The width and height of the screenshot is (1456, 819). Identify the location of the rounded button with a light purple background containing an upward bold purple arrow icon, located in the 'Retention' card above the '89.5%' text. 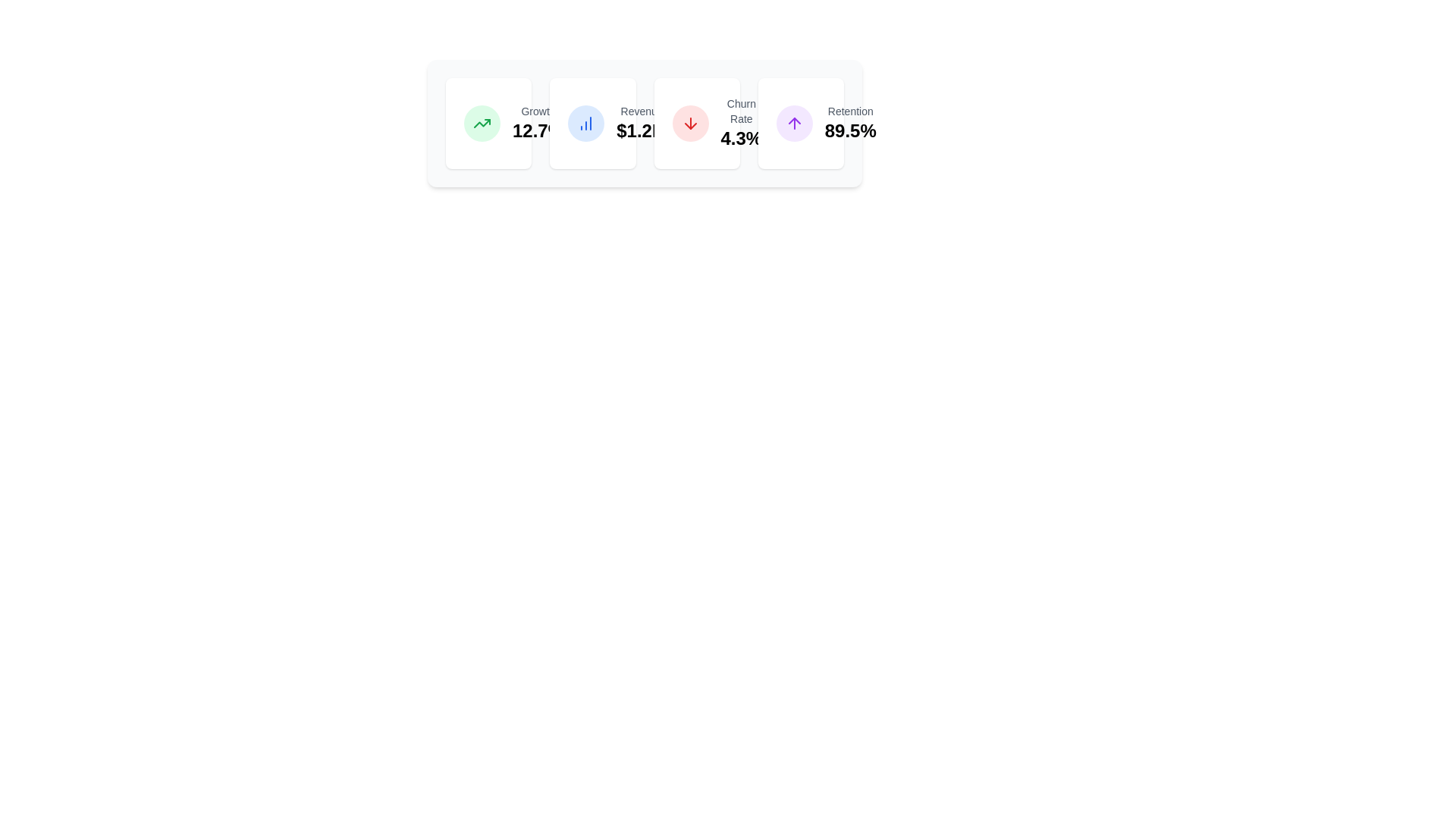
(793, 122).